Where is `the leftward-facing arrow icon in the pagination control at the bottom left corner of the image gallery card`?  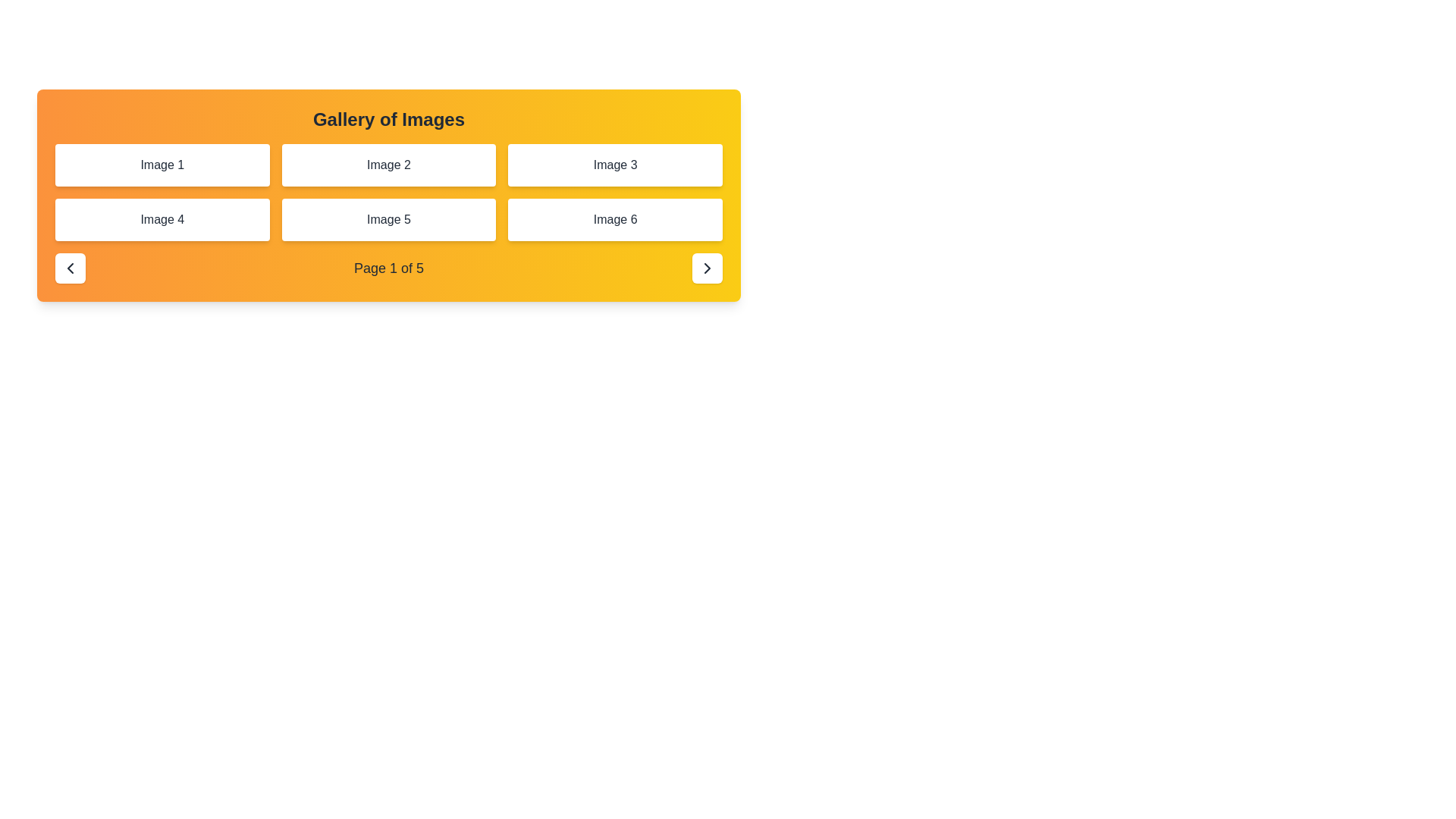
the leftward-facing arrow icon in the pagination control at the bottom left corner of the image gallery card is located at coordinates (69, 268).